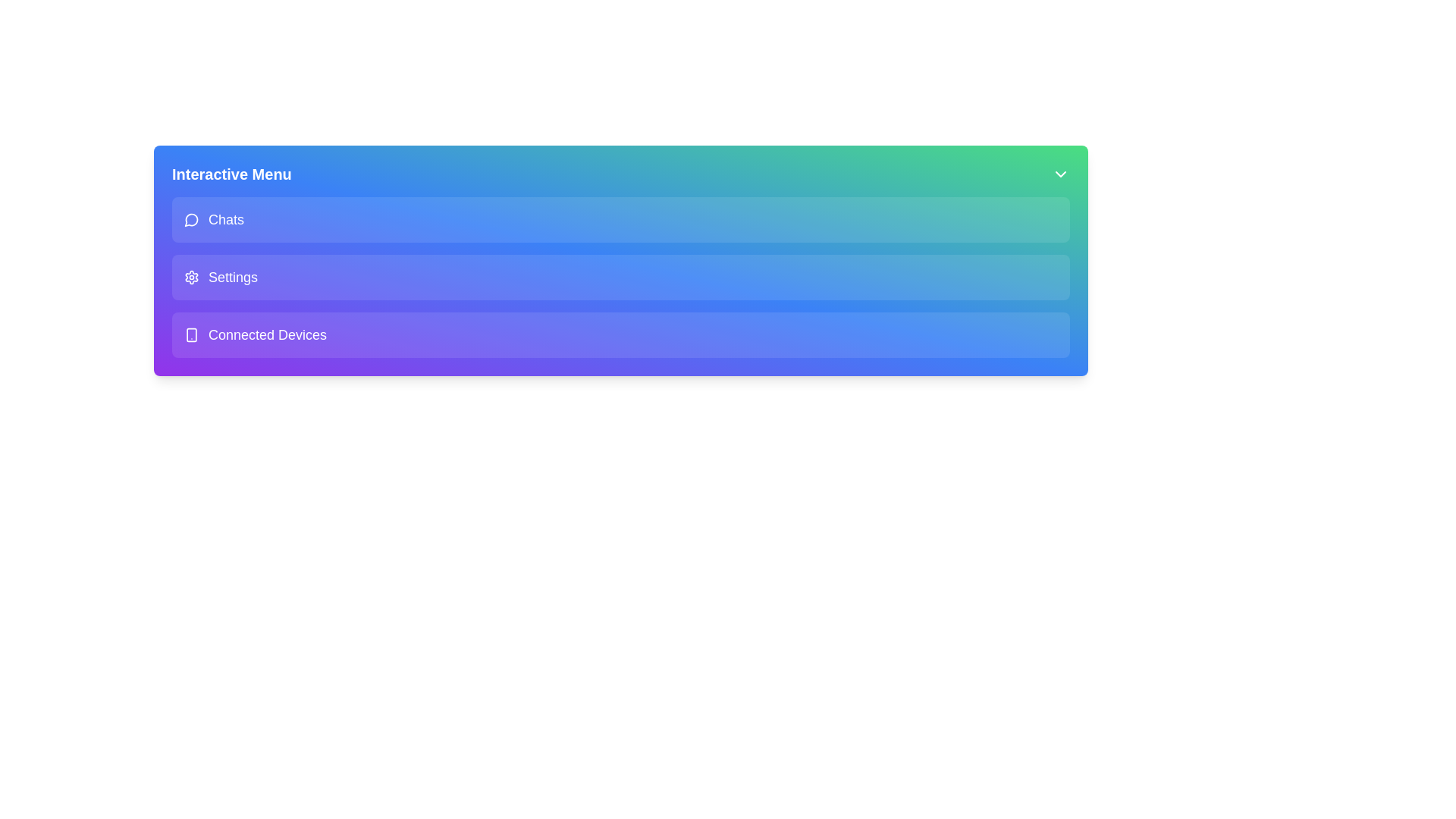 Image resolution: width=1456 pixels, height=819 pixels. What do you see at coordinates (621, 278) in the screenshot?
I see `the 'Settings' item in the menu` at bounding box center [621, 278].